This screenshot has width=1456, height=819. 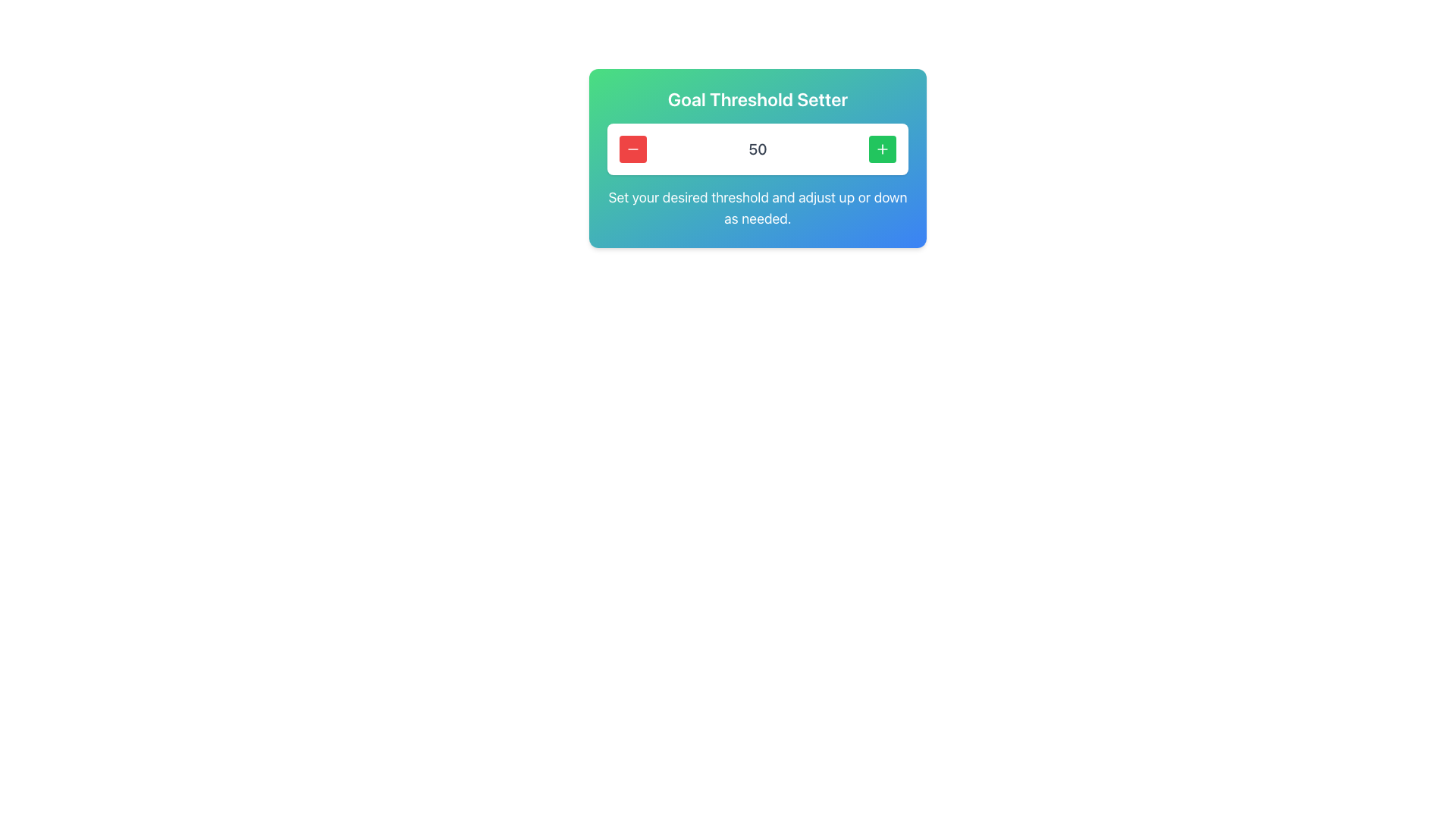 What do you see at coordinates (882, 149) in the screenshot?
I see `the green circular button with a white plus icon located at the top-right of the central numeric input area in the 'Goal Threshold Setter' card to increase the value` at bounding box center [882, 149].